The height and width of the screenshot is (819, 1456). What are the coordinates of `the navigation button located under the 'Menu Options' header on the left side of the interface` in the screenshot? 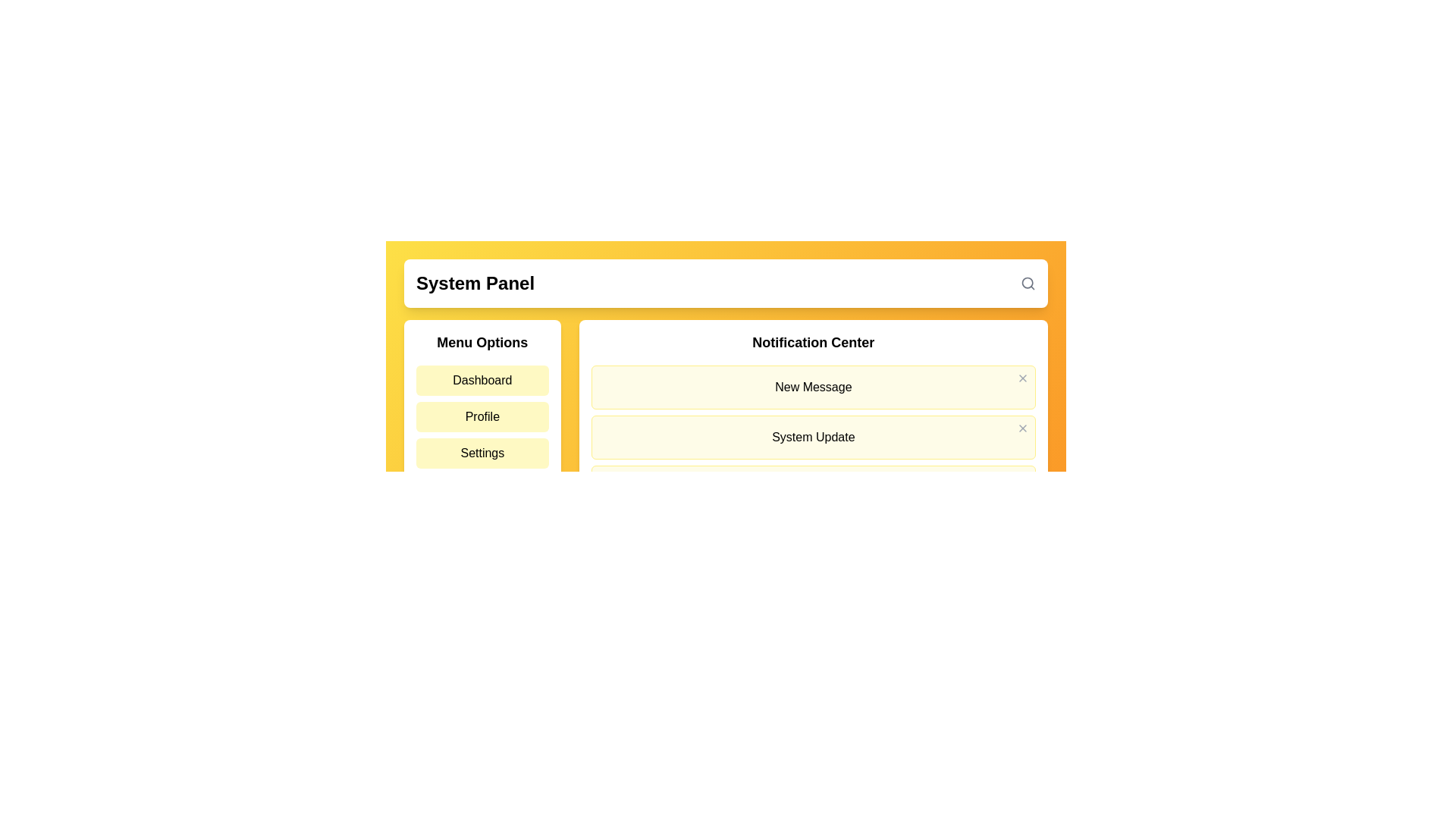 It's located at (482, 379).